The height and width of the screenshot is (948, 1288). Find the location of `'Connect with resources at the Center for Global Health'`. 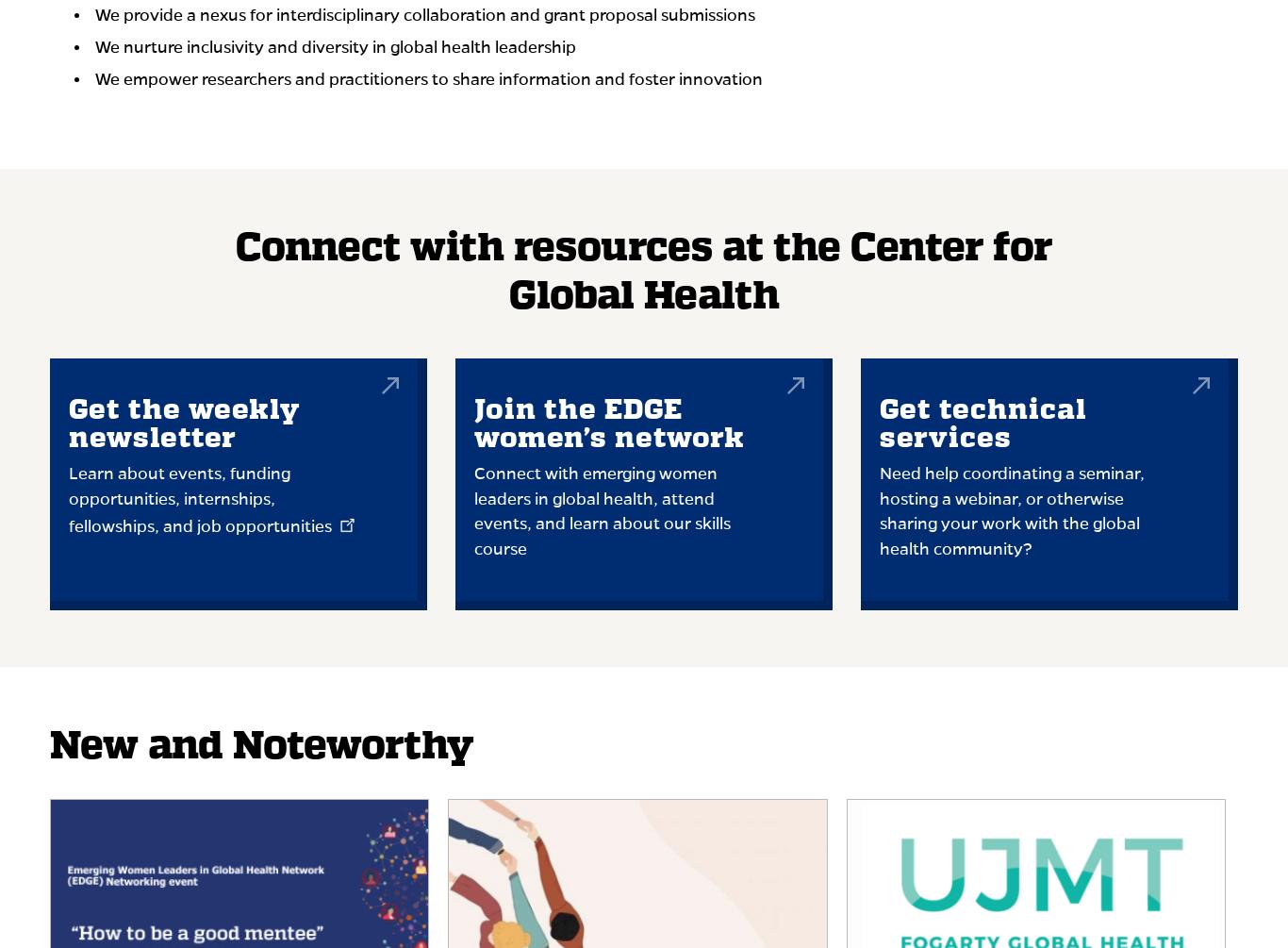

'Connect with resources at the Center for Global Health' is located at coordinates (235, 272).